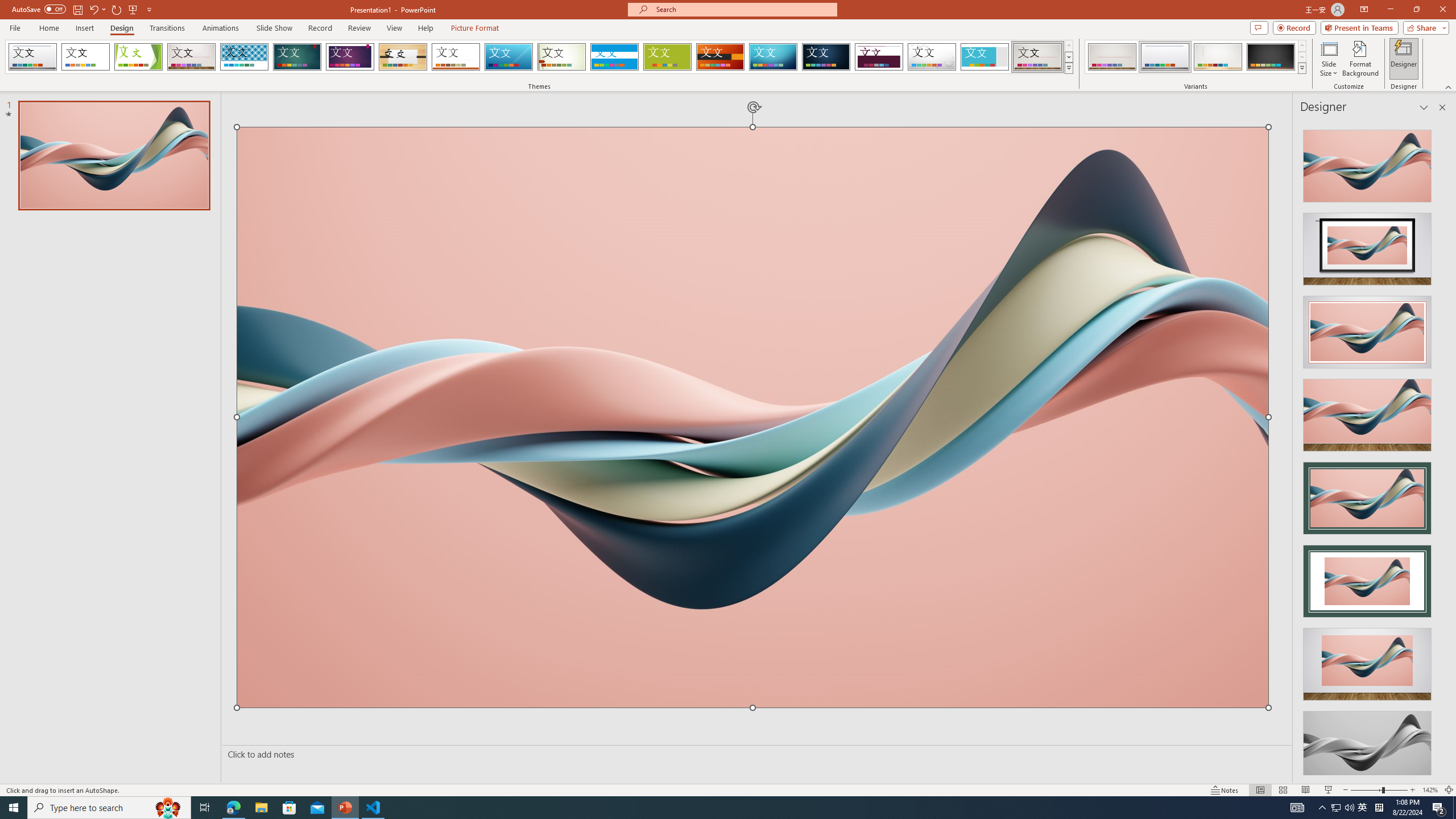  What do you see at coordinates (403, 56) in the screenshot?
I see `'Organic'` at bounding box center [403, 56].